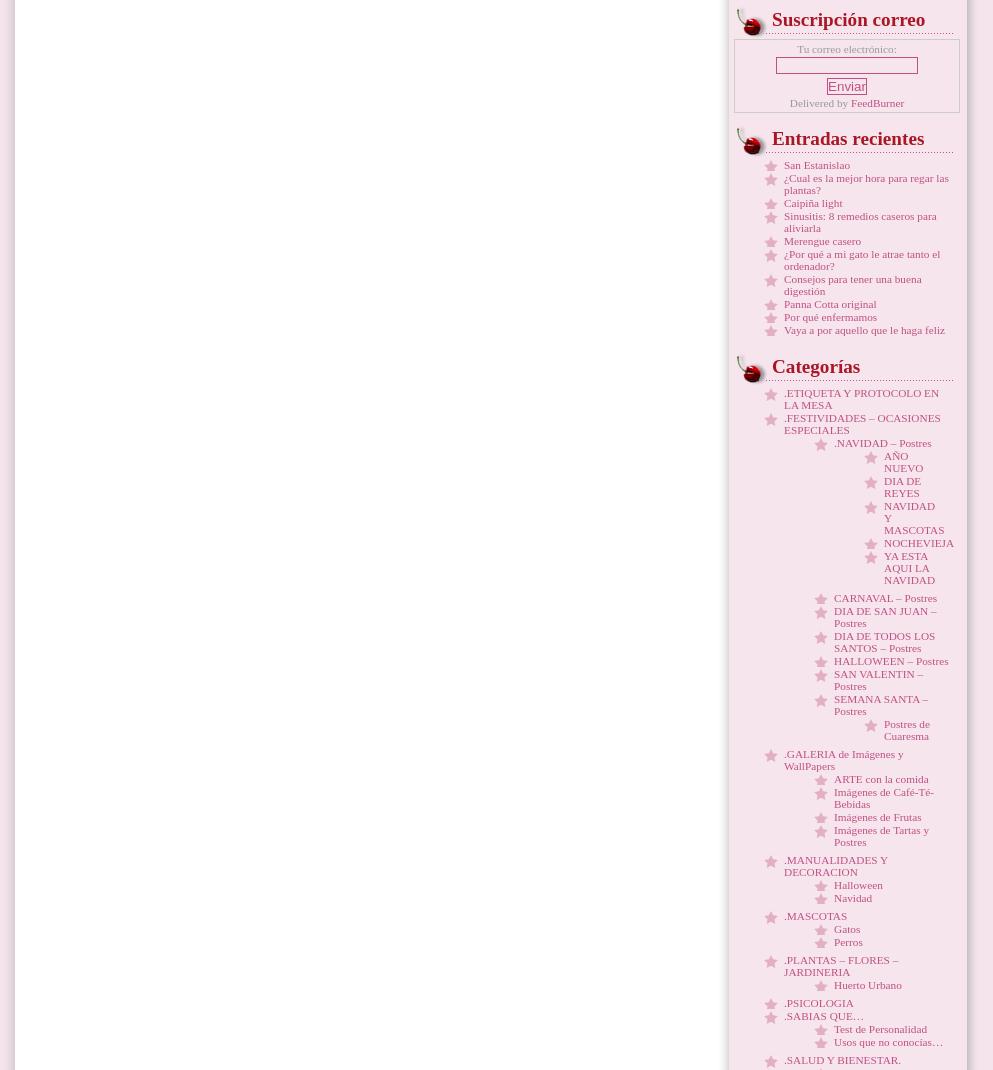  I want to click on 'San Estanislao', so click(817, 164).